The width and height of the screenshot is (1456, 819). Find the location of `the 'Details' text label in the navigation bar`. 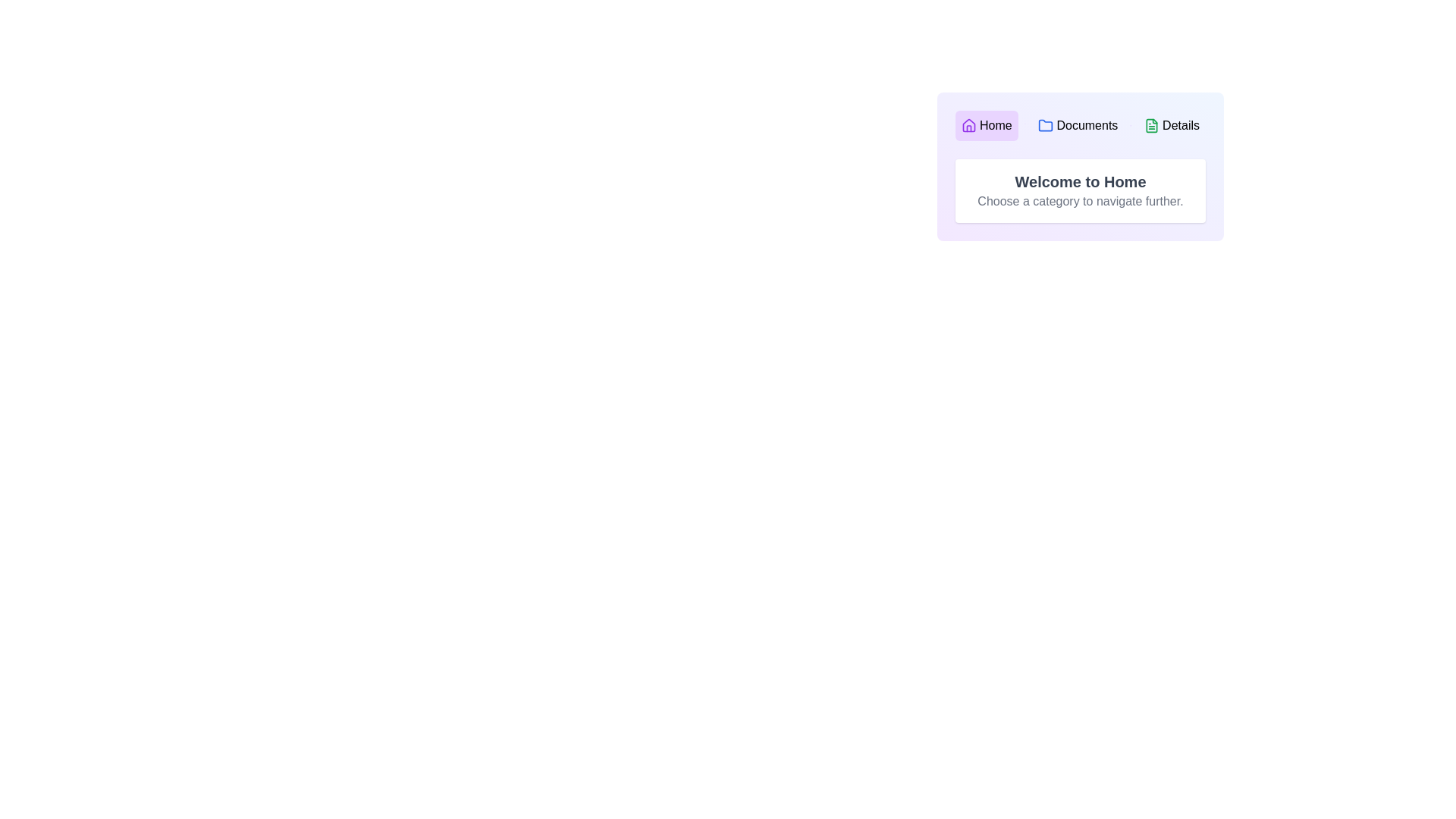

the 'Details' text label in the navigation bar is located at coordinates (1180, 124).